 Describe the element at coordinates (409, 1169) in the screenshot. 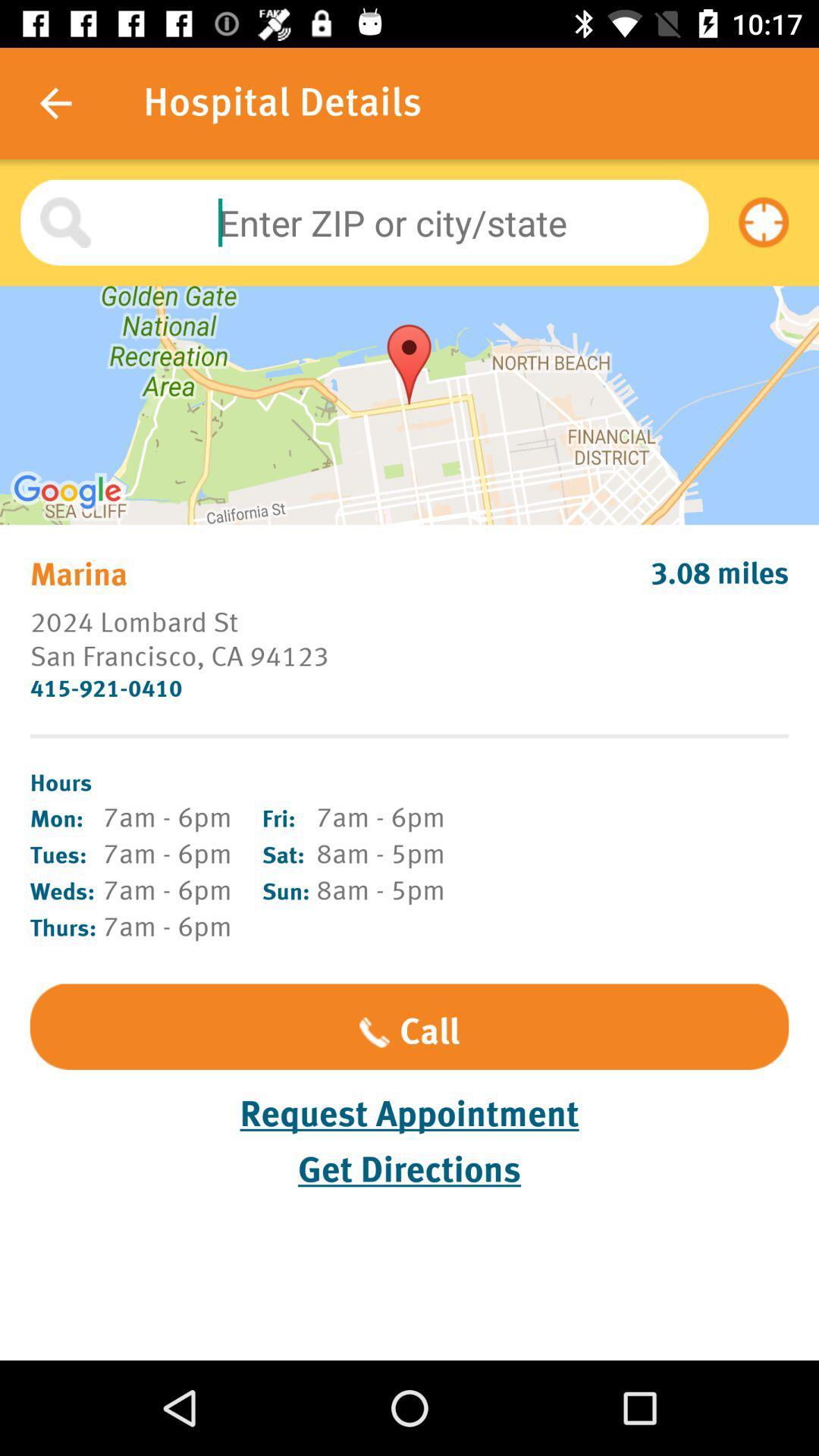

I see `the get directions` at that location.